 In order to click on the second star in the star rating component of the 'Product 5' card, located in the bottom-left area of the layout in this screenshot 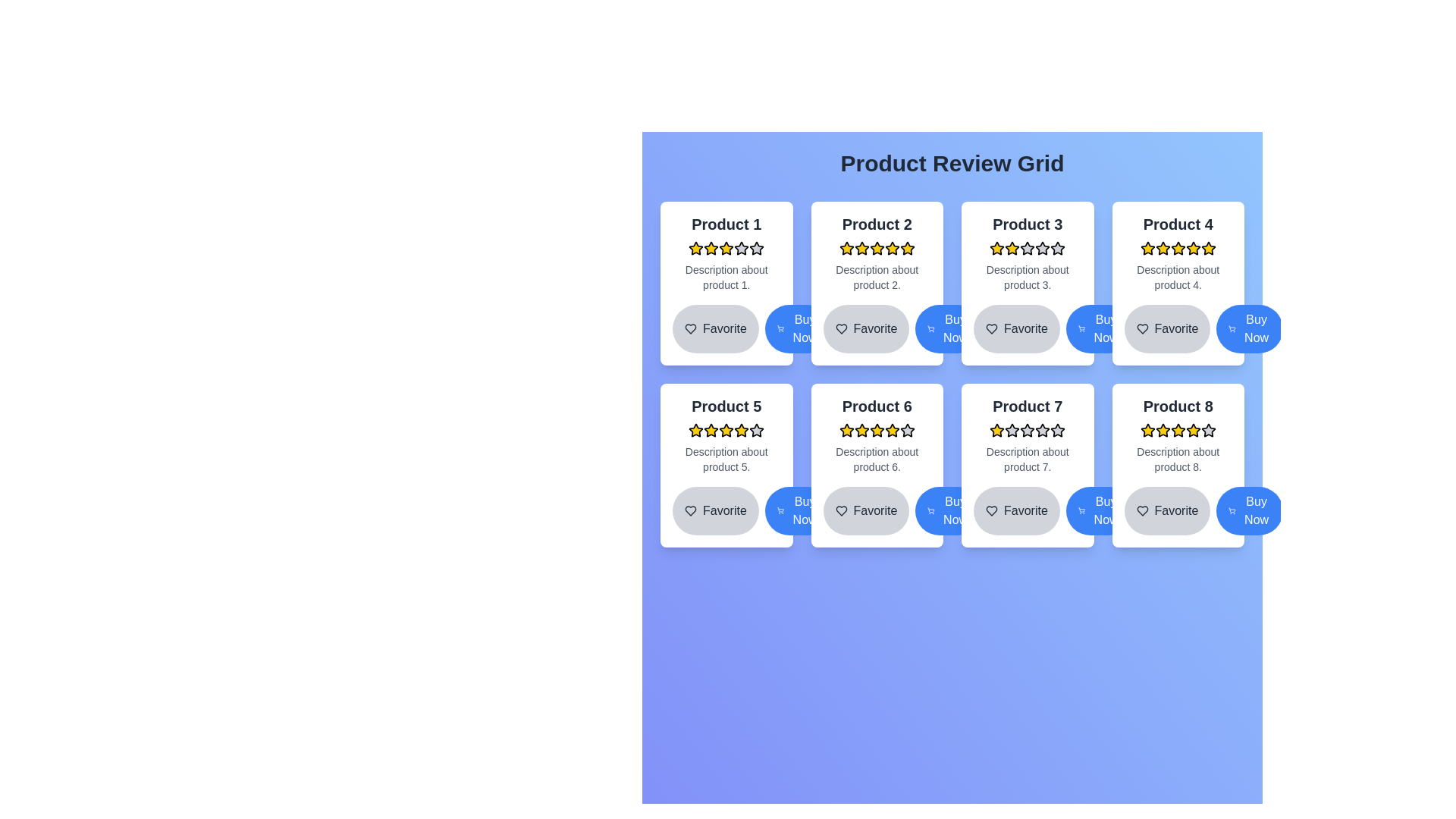, I will do `click(742, 430)`.